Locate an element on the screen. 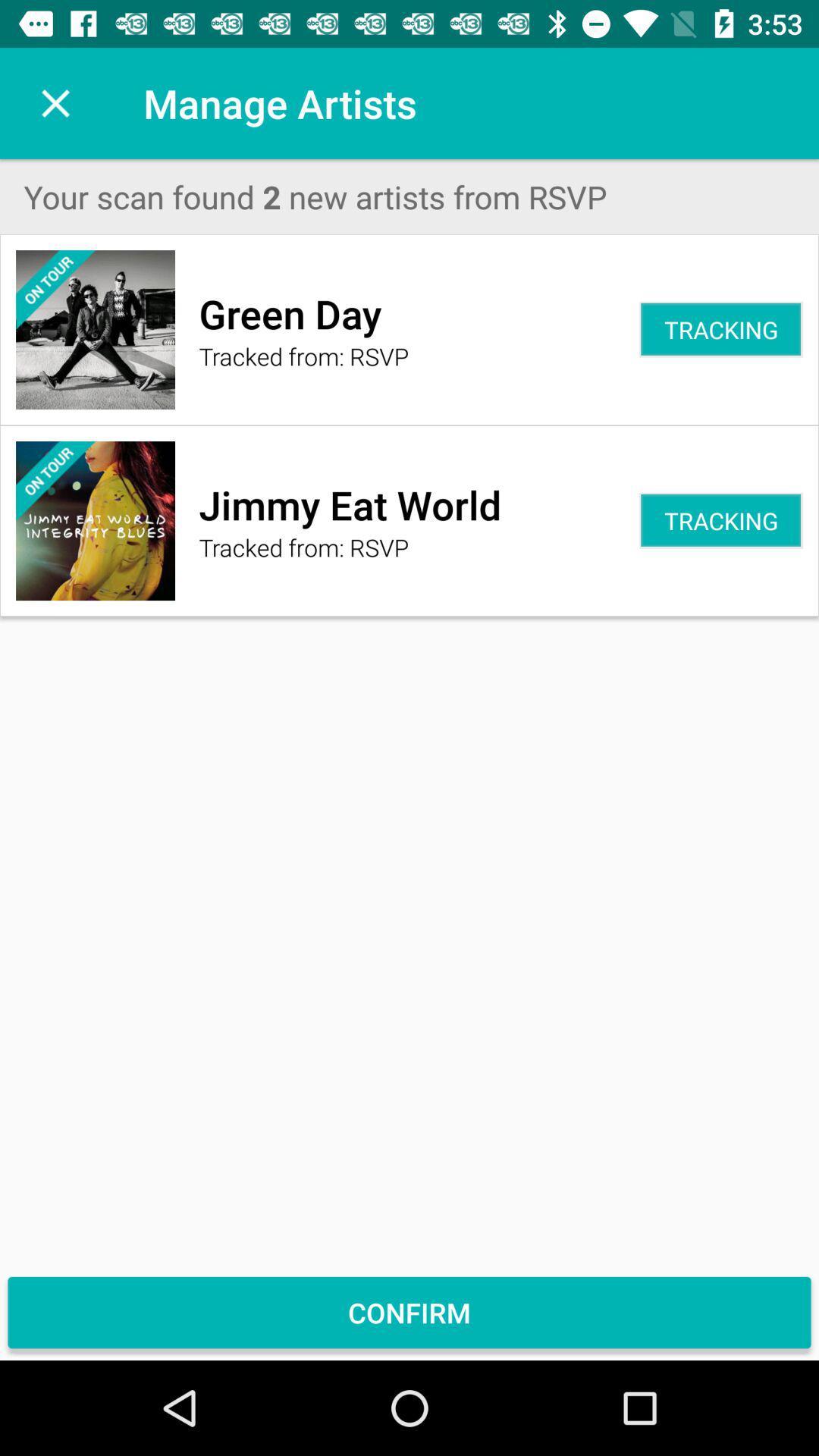  confirm icon is located at coordinates (409, 1312).